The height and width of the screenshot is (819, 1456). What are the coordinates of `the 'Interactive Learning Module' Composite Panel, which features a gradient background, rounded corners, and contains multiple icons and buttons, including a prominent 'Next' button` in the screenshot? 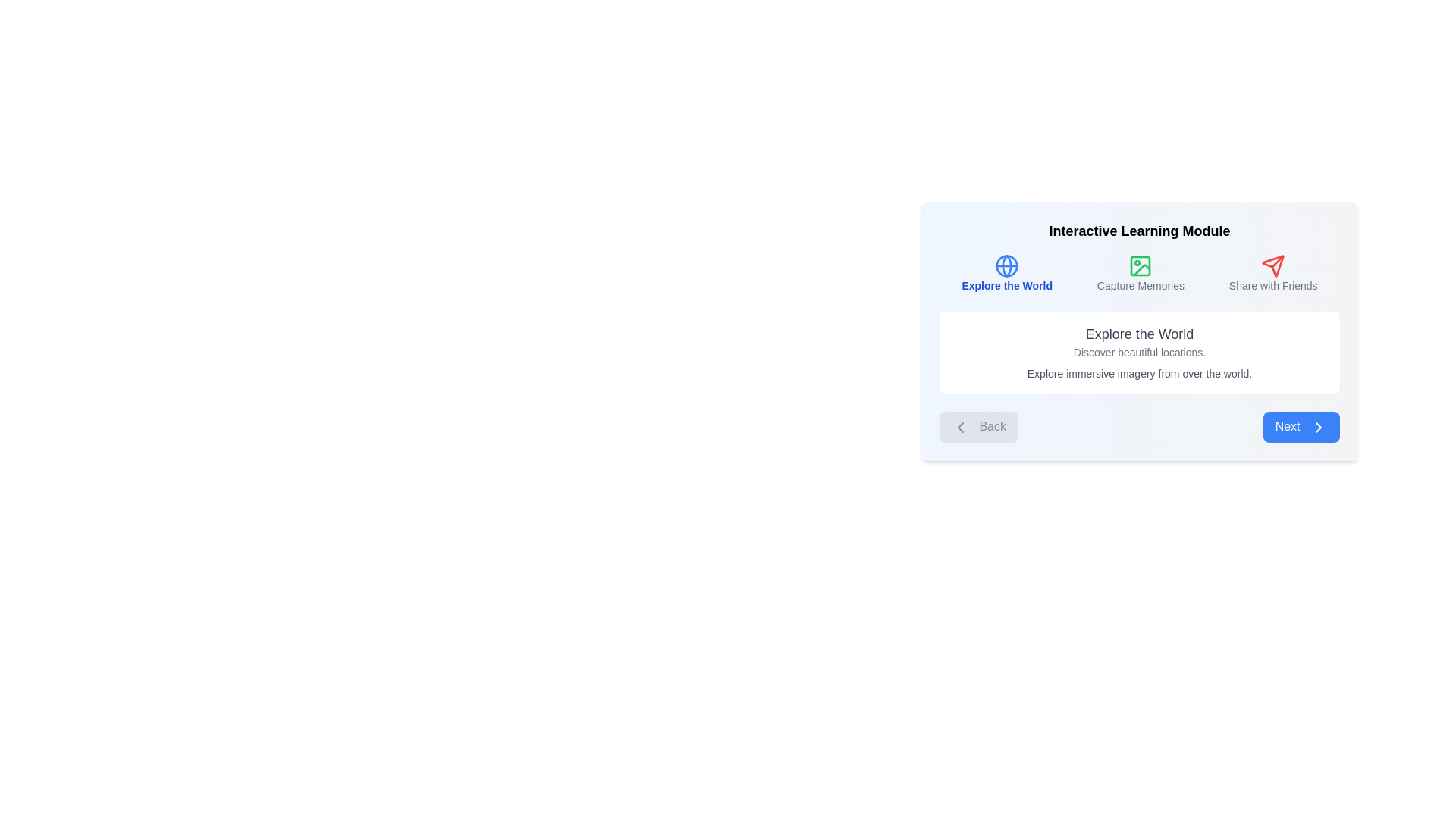 It's located at (1139, 330).